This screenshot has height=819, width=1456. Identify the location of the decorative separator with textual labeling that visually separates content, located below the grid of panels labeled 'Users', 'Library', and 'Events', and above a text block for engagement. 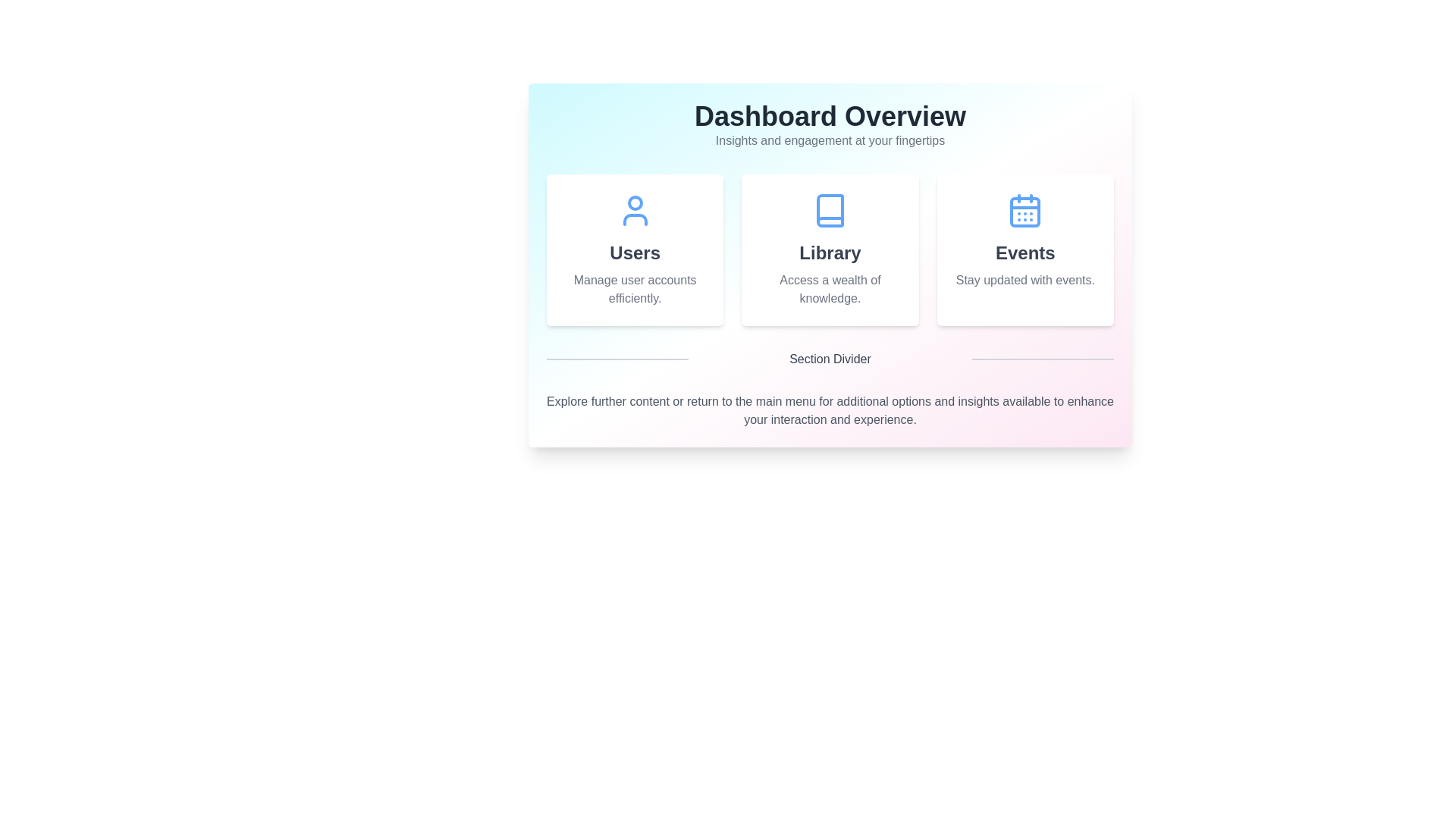
(829, 359).